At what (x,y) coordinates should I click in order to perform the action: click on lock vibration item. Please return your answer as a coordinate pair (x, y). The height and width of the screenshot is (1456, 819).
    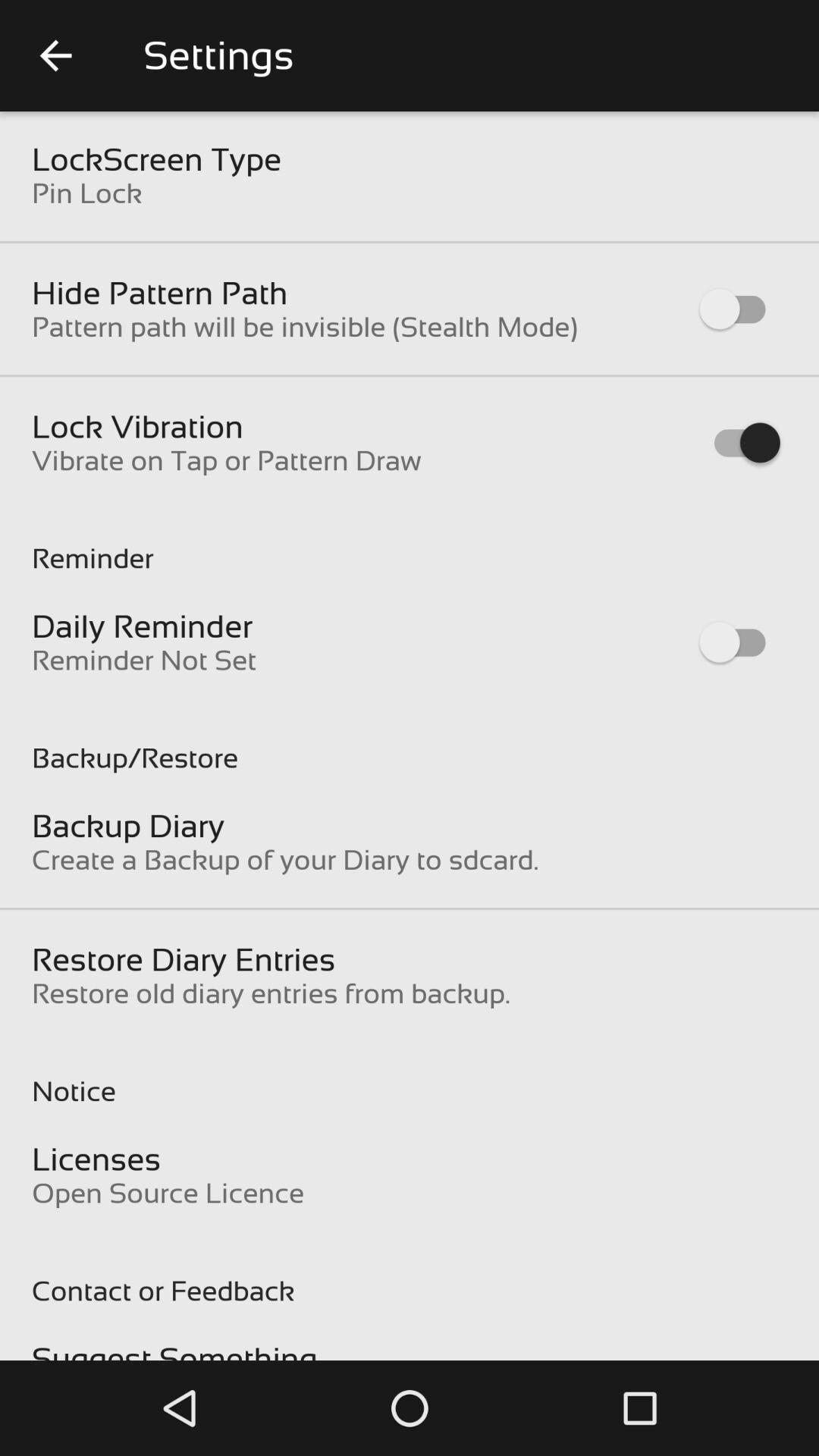
    Looking at the image, I should click on (137, 425).